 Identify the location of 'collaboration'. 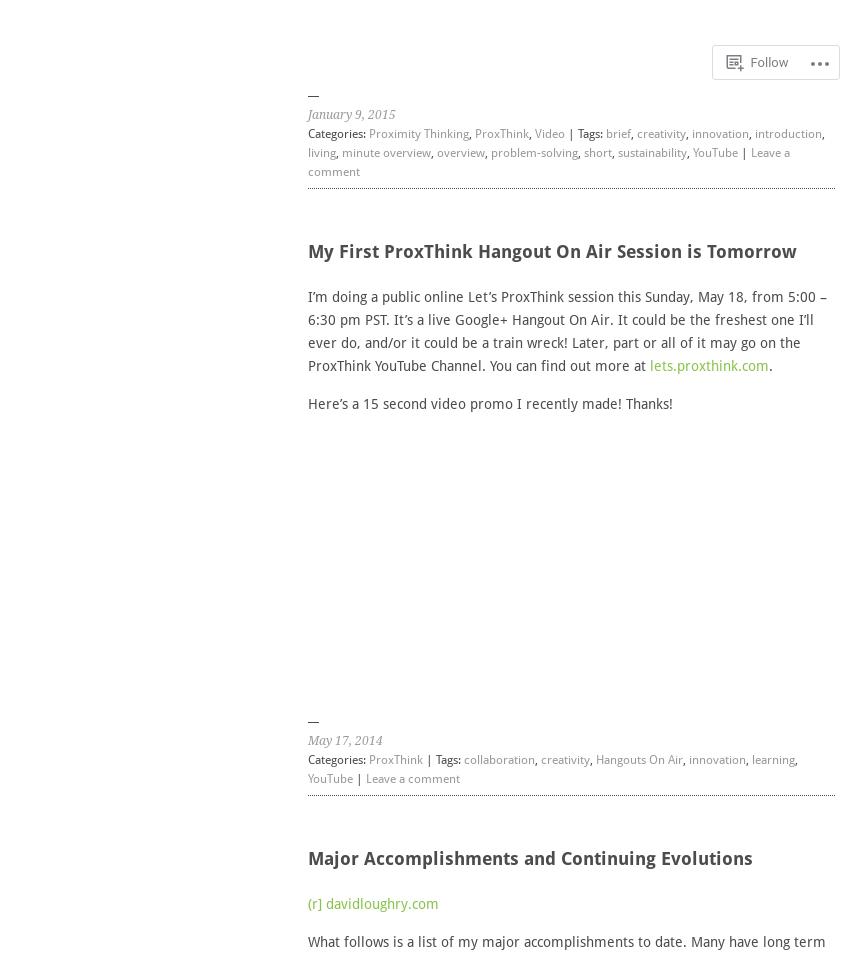
(498, 758).